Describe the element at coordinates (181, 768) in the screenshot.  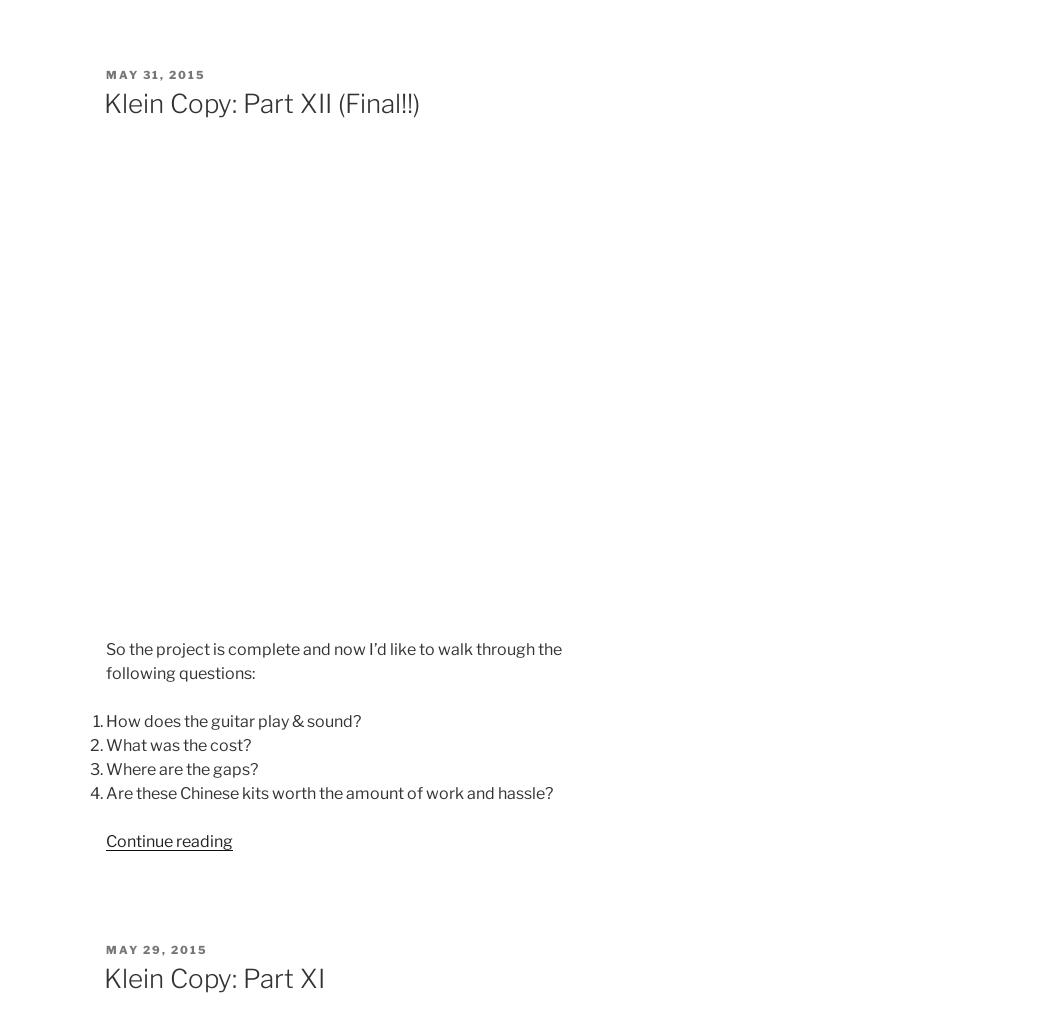
I see `'Where are the gaps?'` at that location.